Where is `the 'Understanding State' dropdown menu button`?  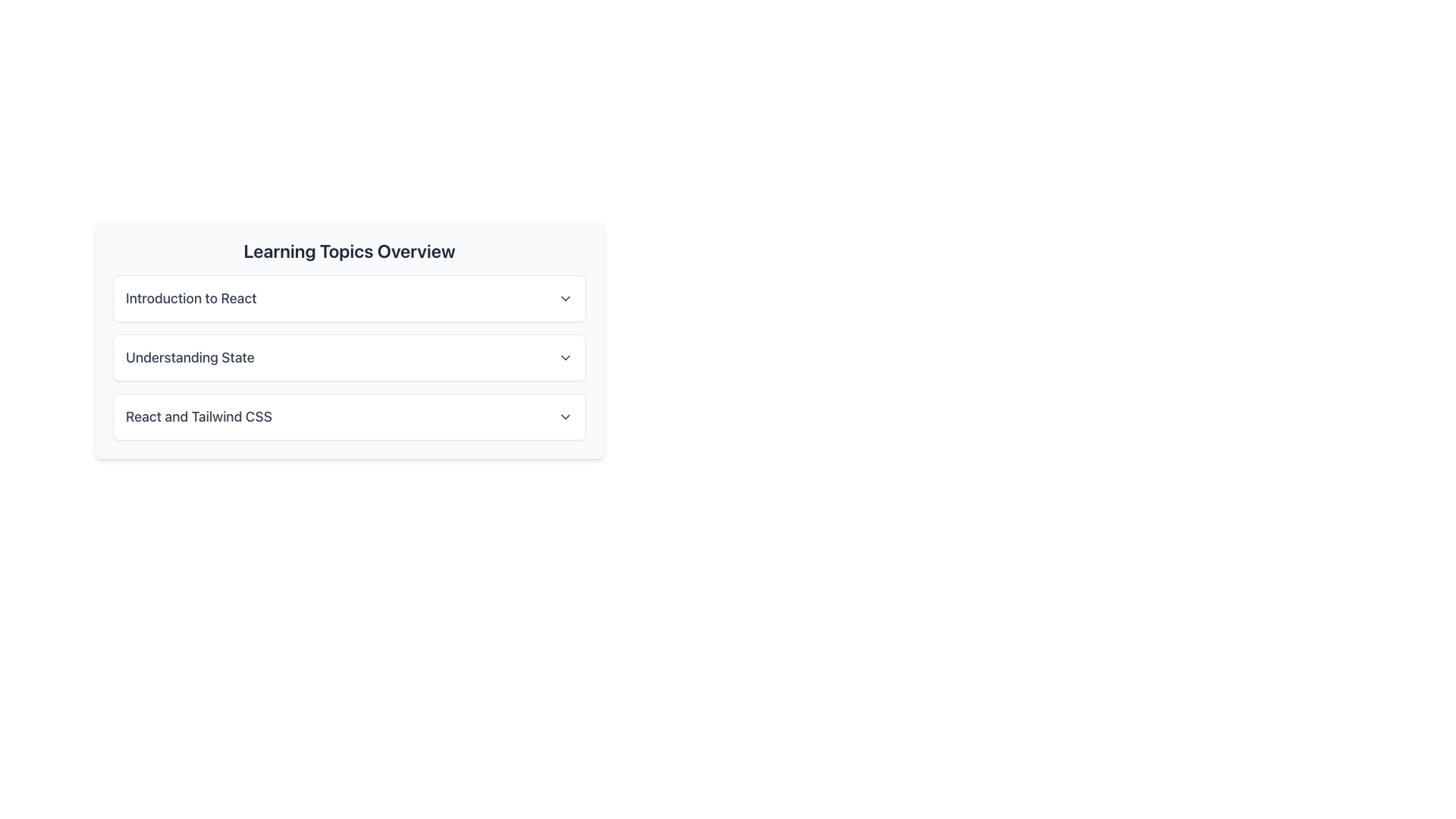
the 'Understanding State' dropdown menu button is located at coordinates (348, 357).